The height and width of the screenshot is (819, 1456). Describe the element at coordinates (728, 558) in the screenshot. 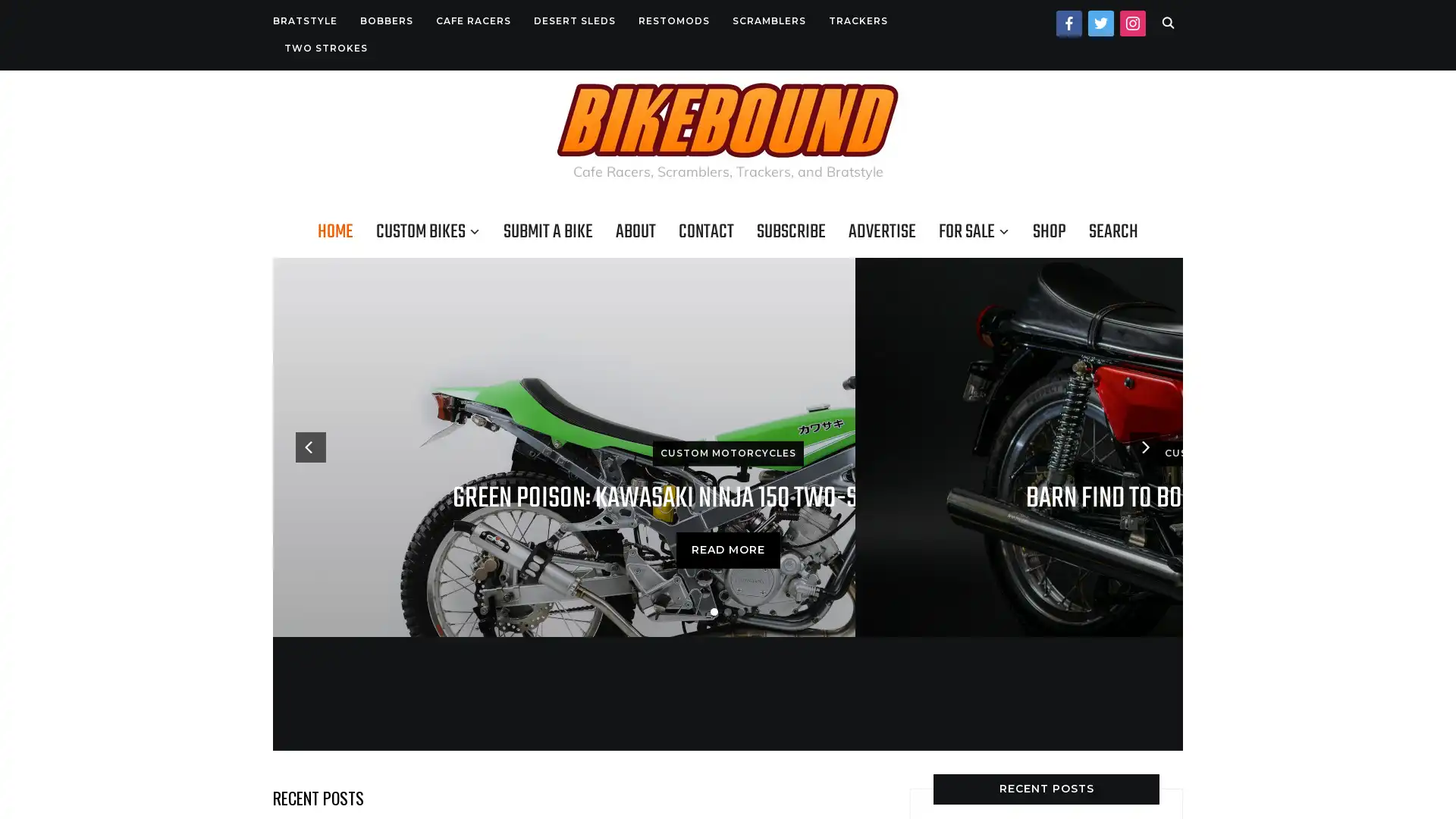

I see `JOIN US` at that location.